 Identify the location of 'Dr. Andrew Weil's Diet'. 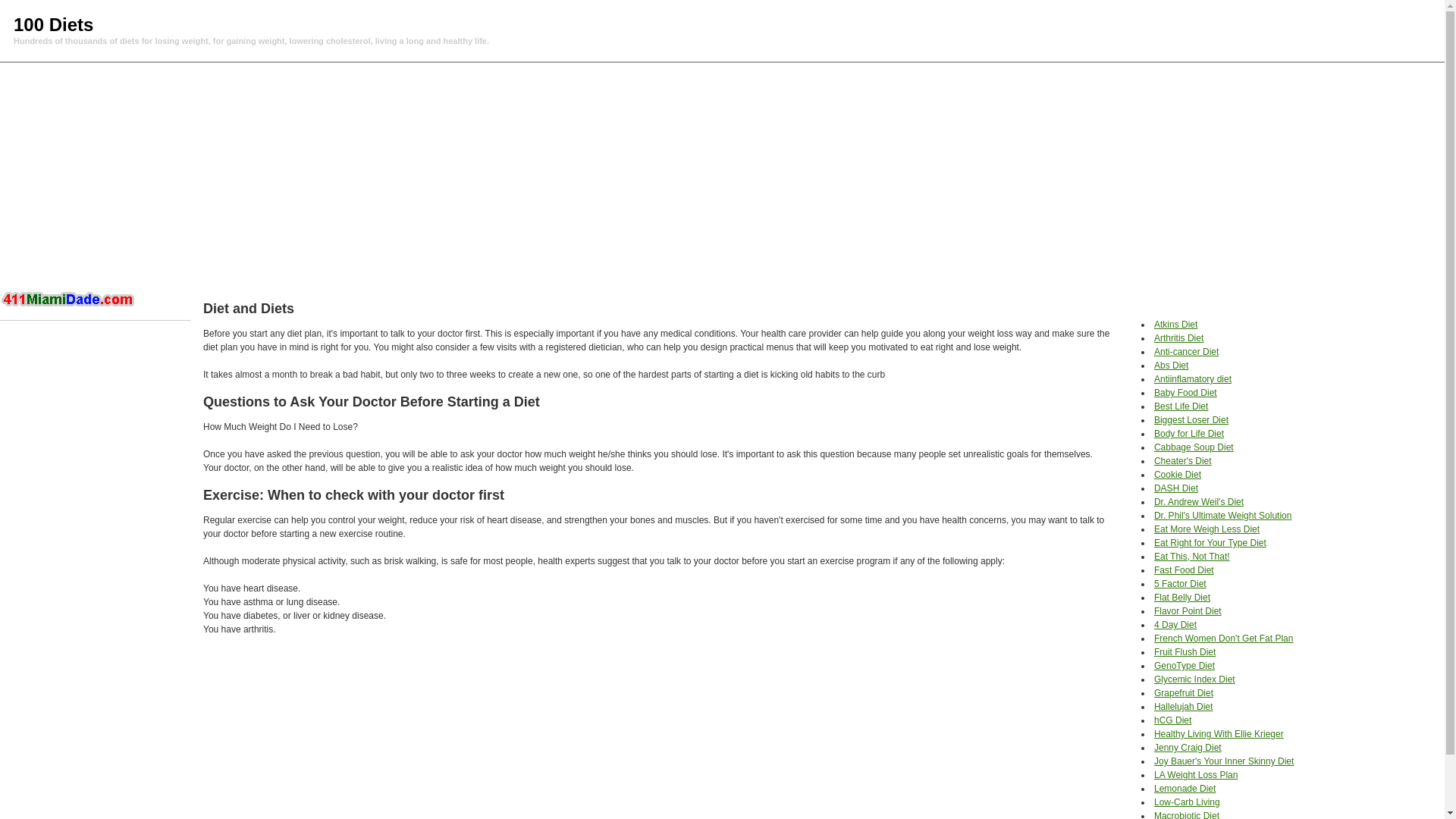
(1197, 502).